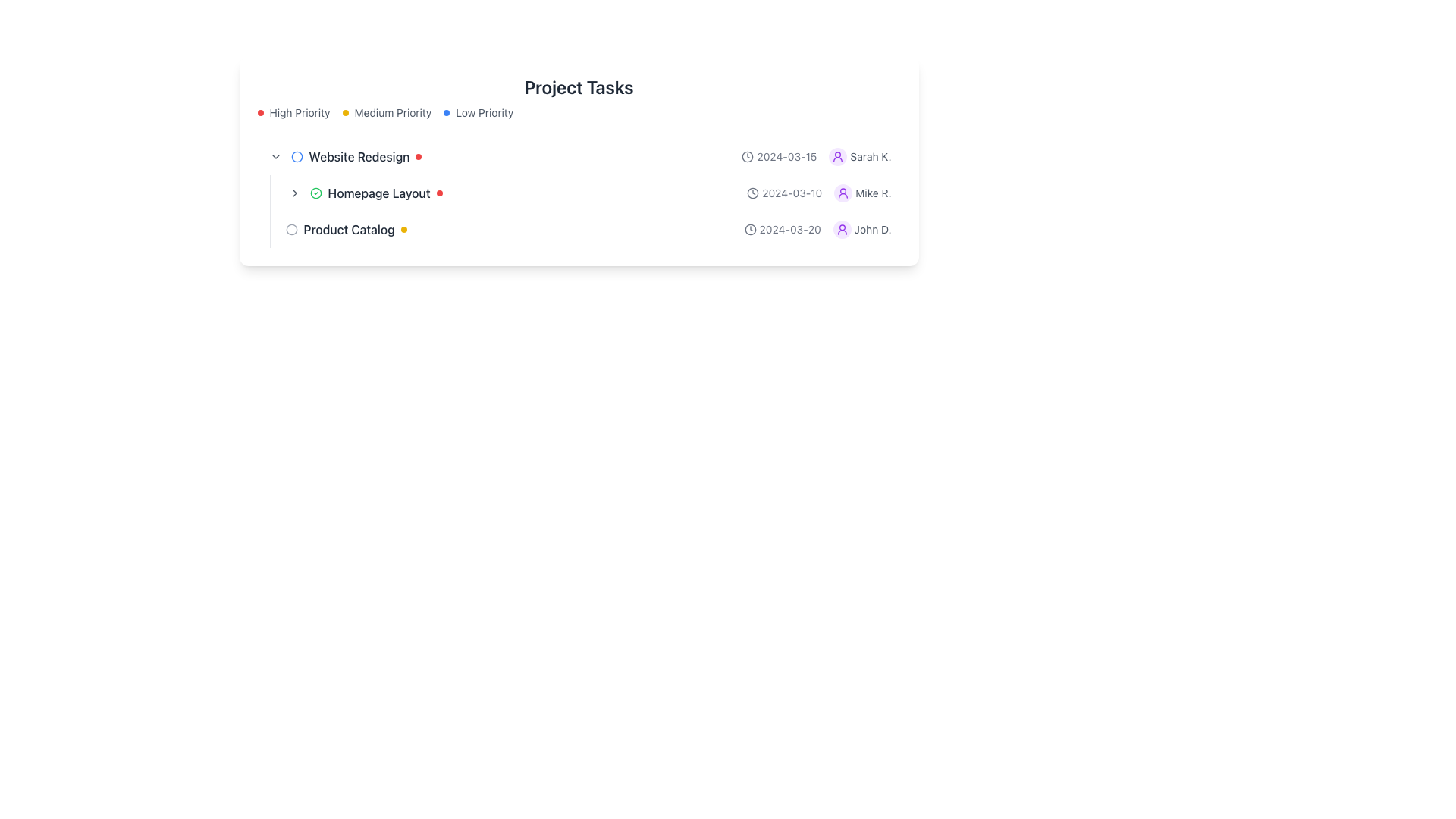 The image size is (1456, 819). Describe the element at coordinates (393, 112) in the screenshot. I see `the 'Medium Priority' label, which is the second label in a horizontal alignment with 'High Priority' and 'Low Priority', located in the upper portion of the user interface` at that location.